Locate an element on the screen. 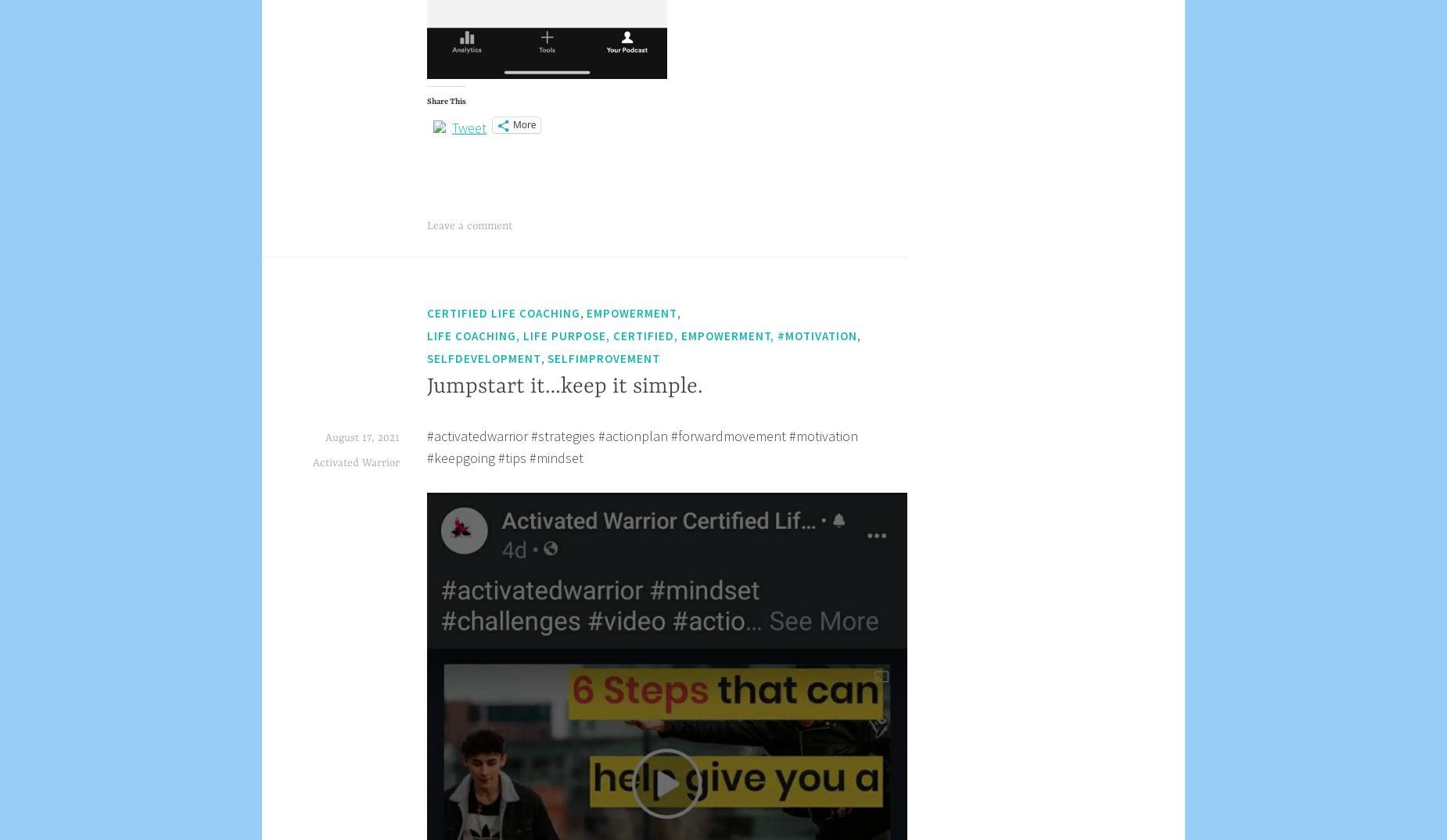 The image size is (1447, 840). 'Jumpstart it…keep it simple.' is located at coordinates (565, 387).